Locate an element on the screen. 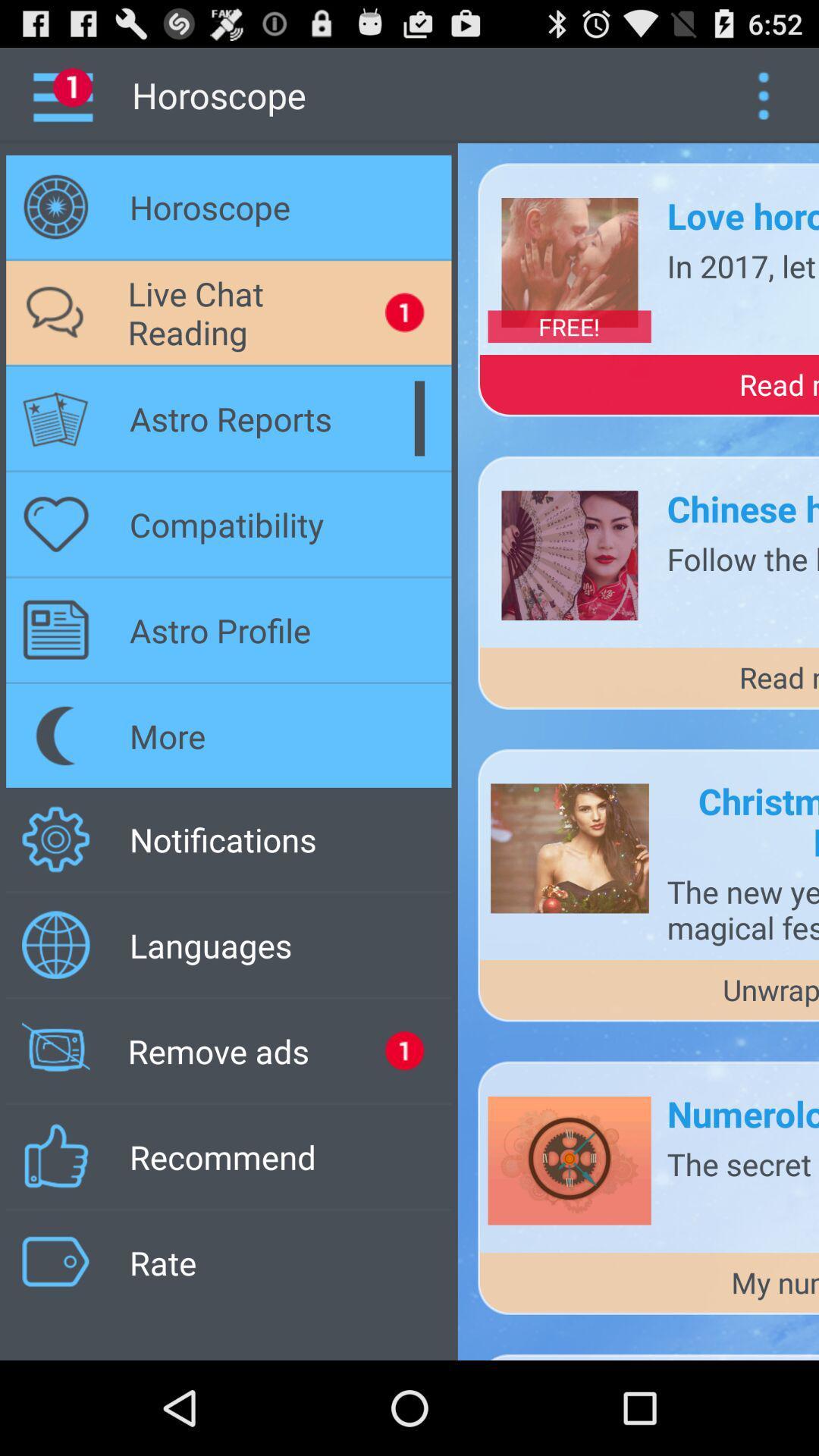 This screenshot has width=819, height=1456. follow the light is located at coordinates (742, 557).